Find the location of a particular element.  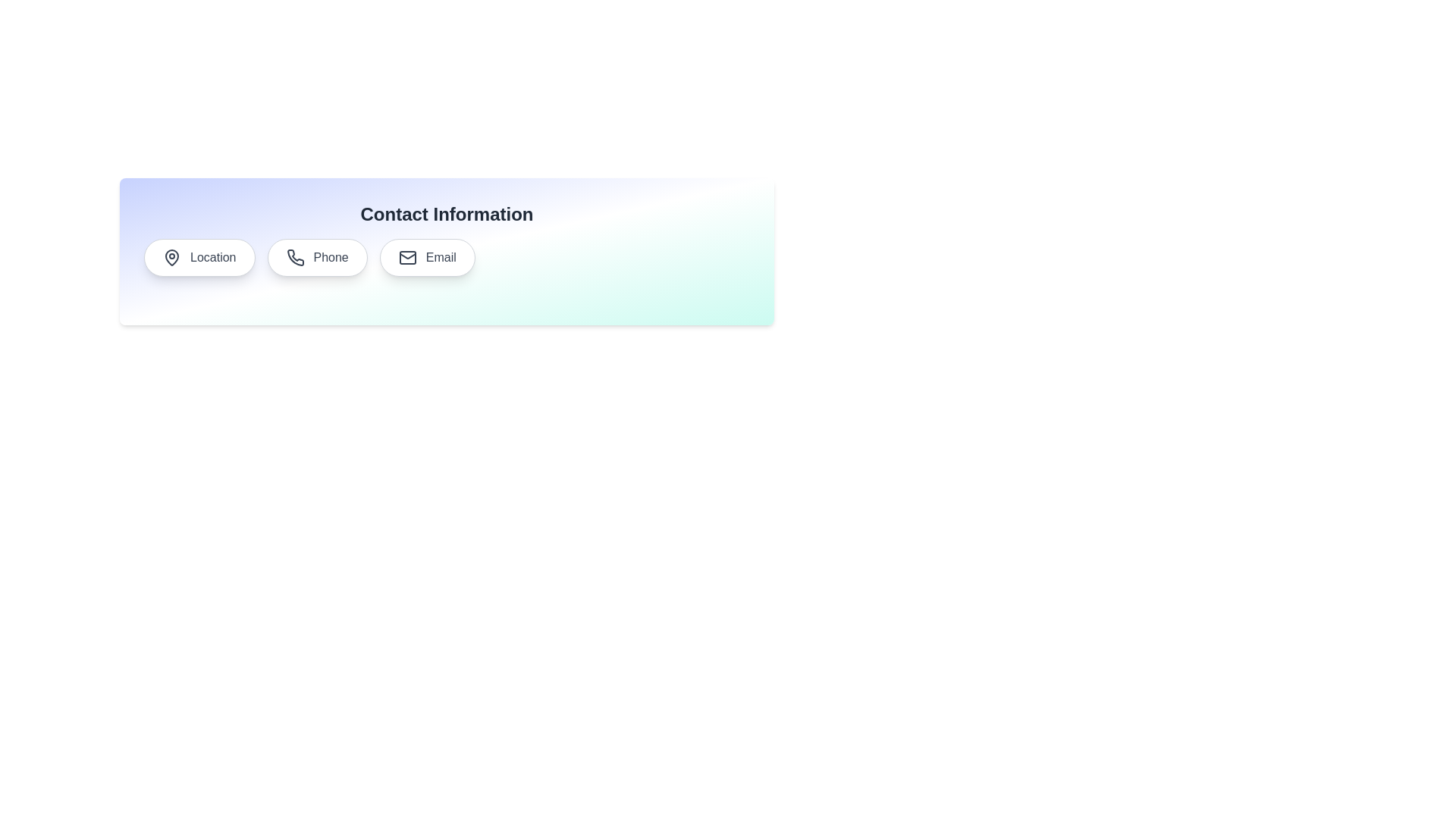

the Email chip to display its details is located at coordinates (426, 256).